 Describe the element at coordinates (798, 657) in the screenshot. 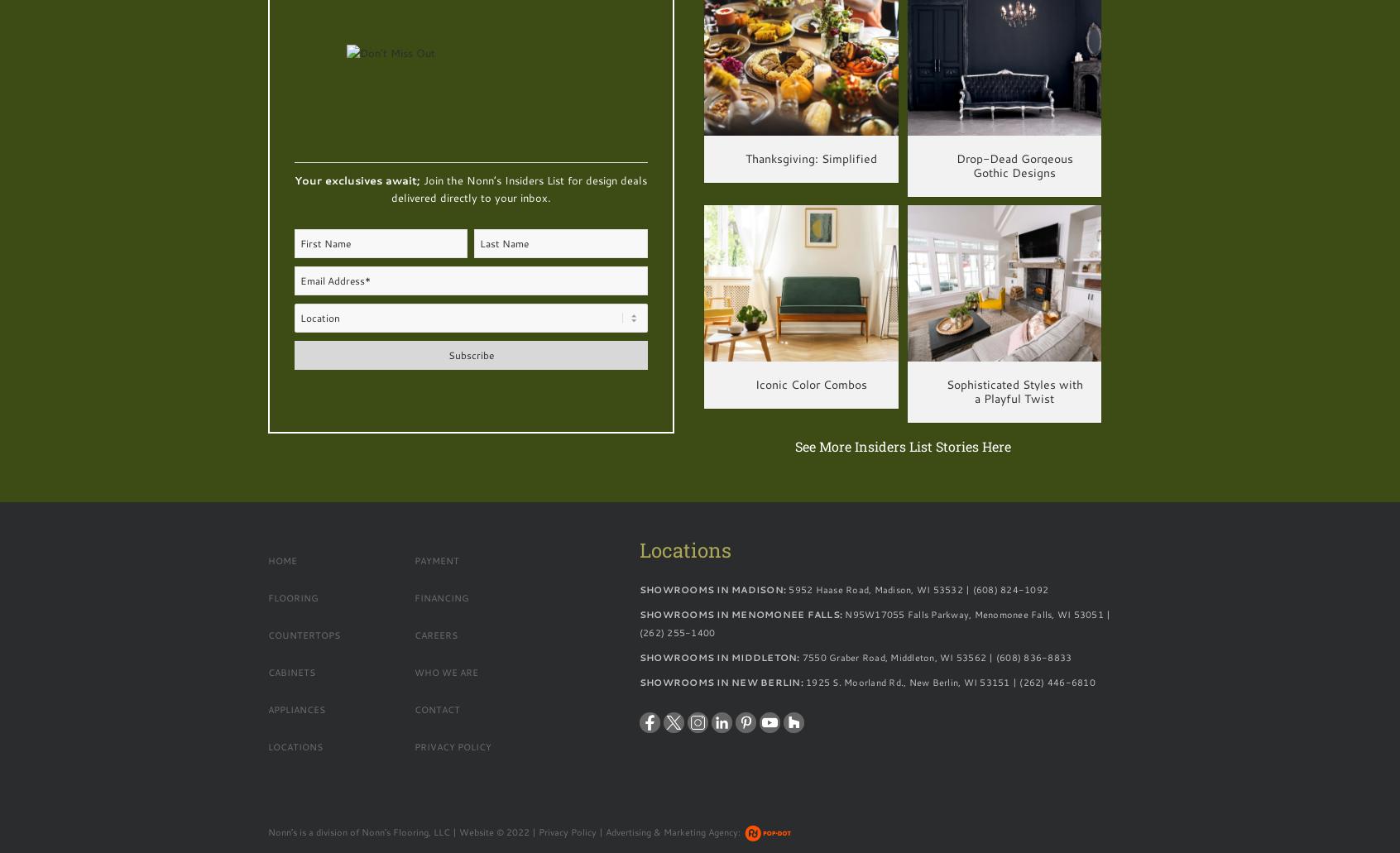

I see `'7550 Graber Road, Middleton, WI 53562   |   (608) 836-8833'` at that location.